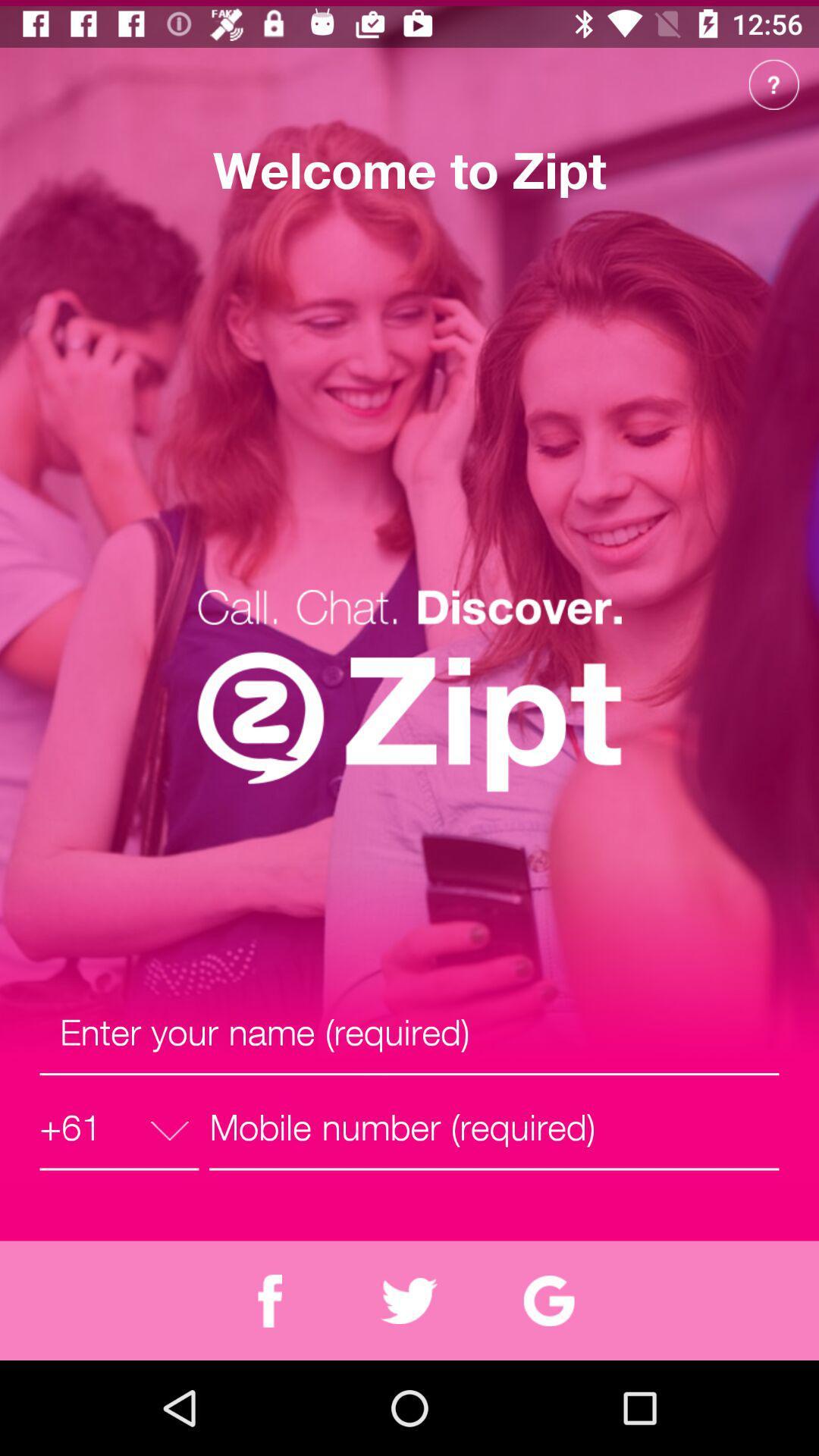  What do you see at coordinates (409, 1300) in the screenshot?
I see `the twitter icon` at bounding box center [409, 1300].